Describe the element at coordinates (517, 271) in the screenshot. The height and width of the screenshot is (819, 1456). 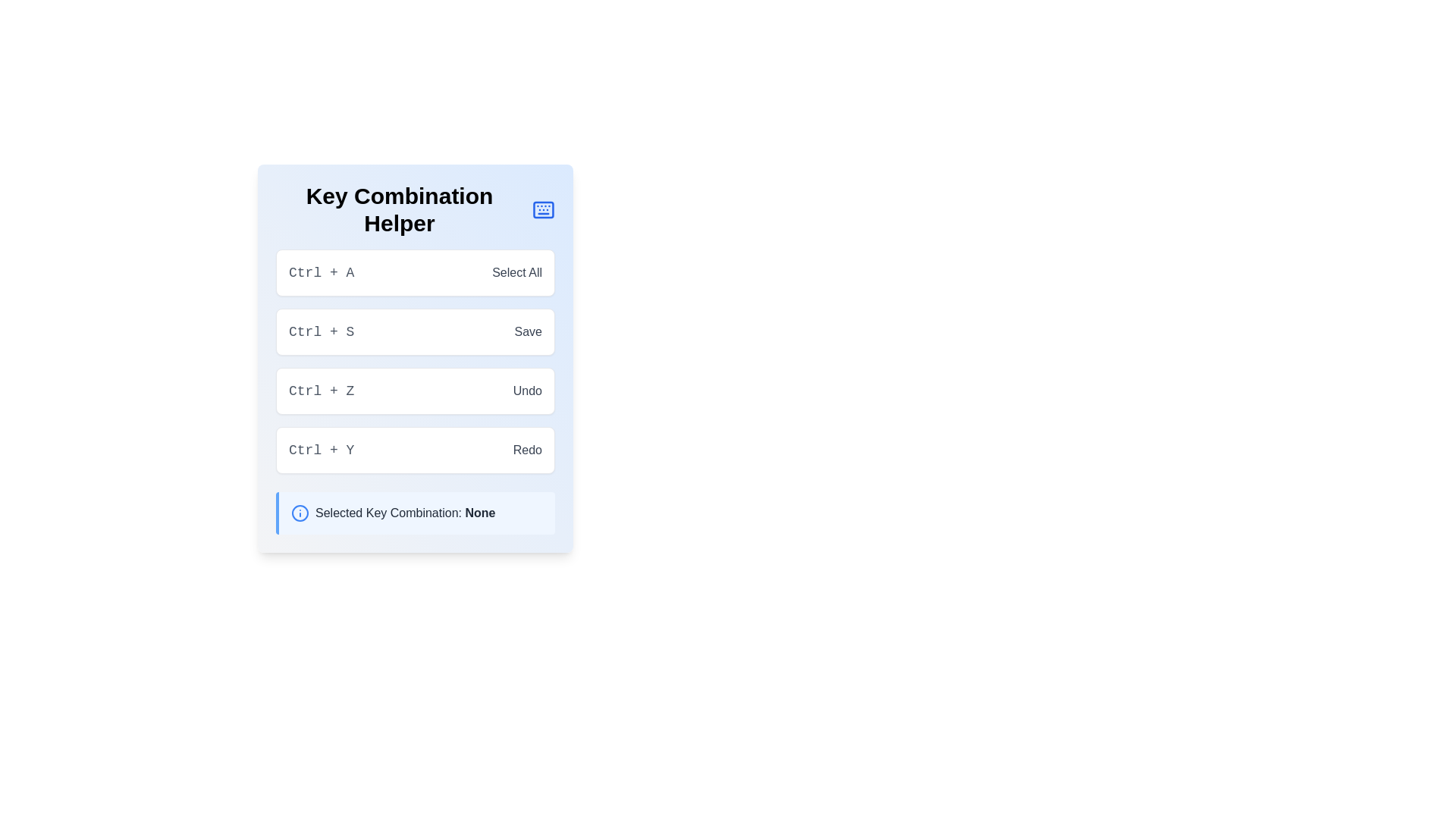
I see `the 'Select All' text label, which is gray and positioned next to the 'Ctrl + A' shortcut in the first shortcut row of key combination options` at that location.